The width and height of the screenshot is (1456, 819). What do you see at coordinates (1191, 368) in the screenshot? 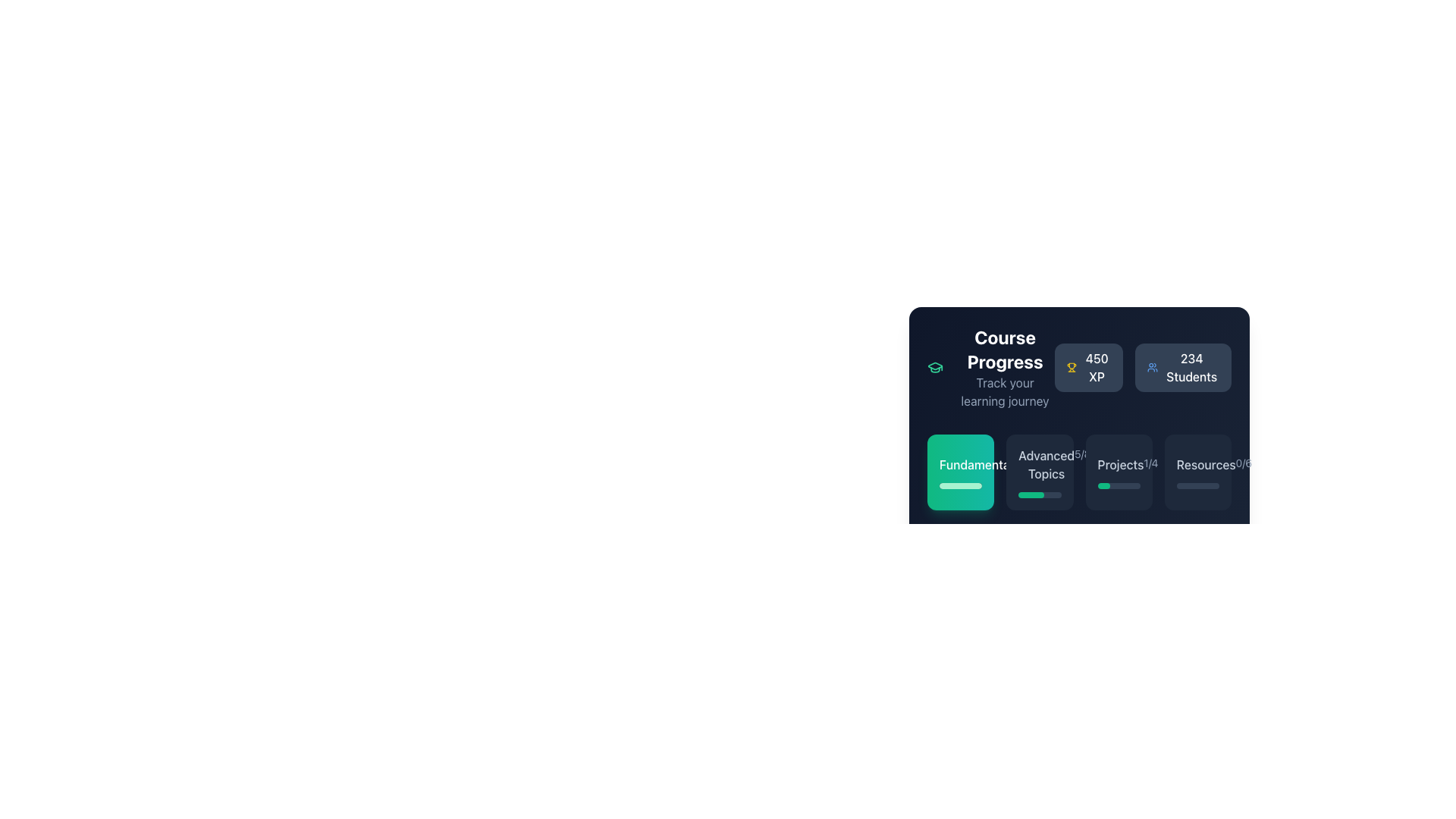
I see `text from the Text Label indicating the metric of students enrolled, which is located towards the top-right of the interface within a rounded rectangle with a slate-gray background` at bounding box center [1191, 368].